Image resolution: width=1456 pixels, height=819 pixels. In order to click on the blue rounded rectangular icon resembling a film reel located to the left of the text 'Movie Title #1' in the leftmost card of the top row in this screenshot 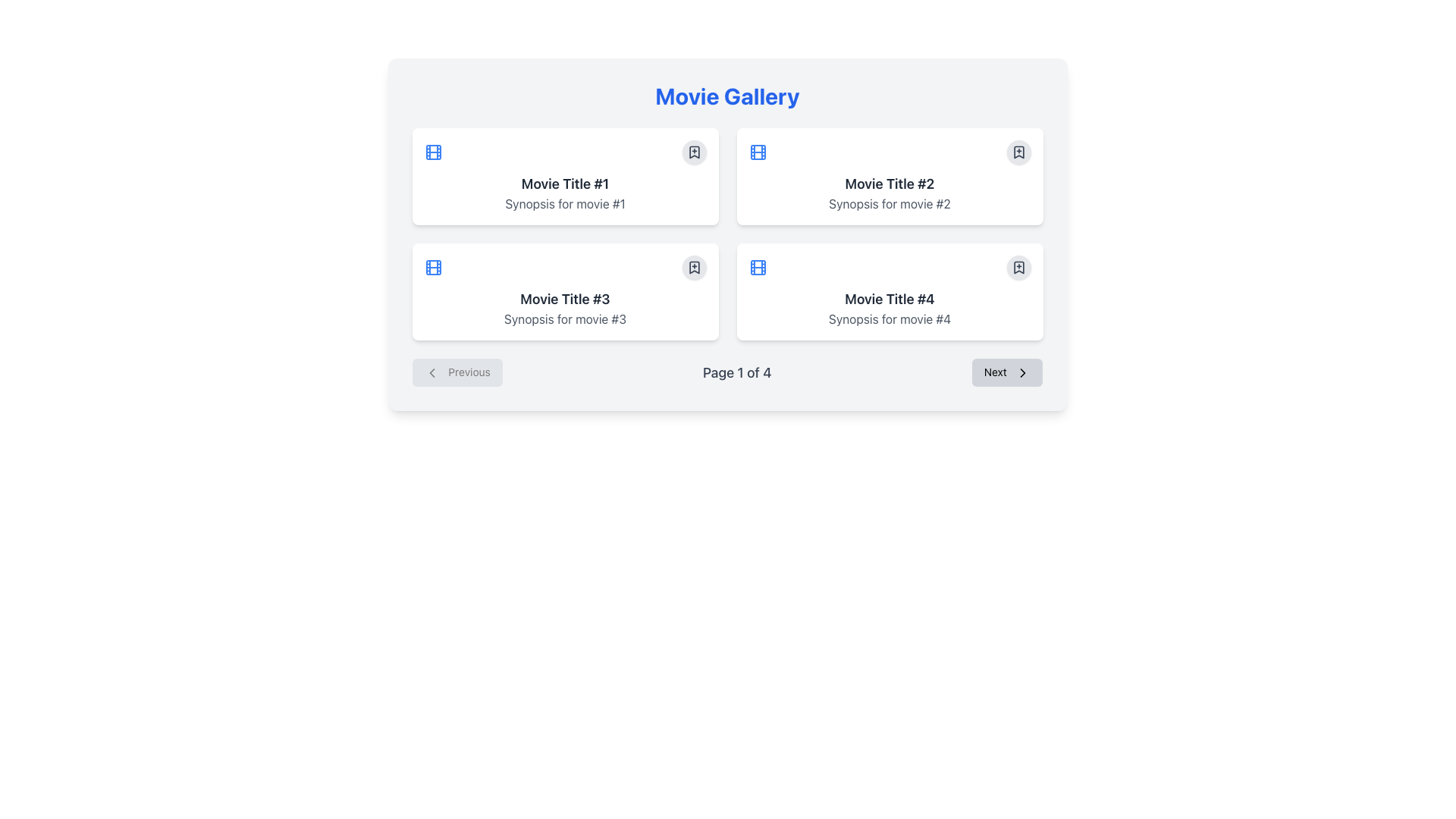, I will do `click(432, 152)`.